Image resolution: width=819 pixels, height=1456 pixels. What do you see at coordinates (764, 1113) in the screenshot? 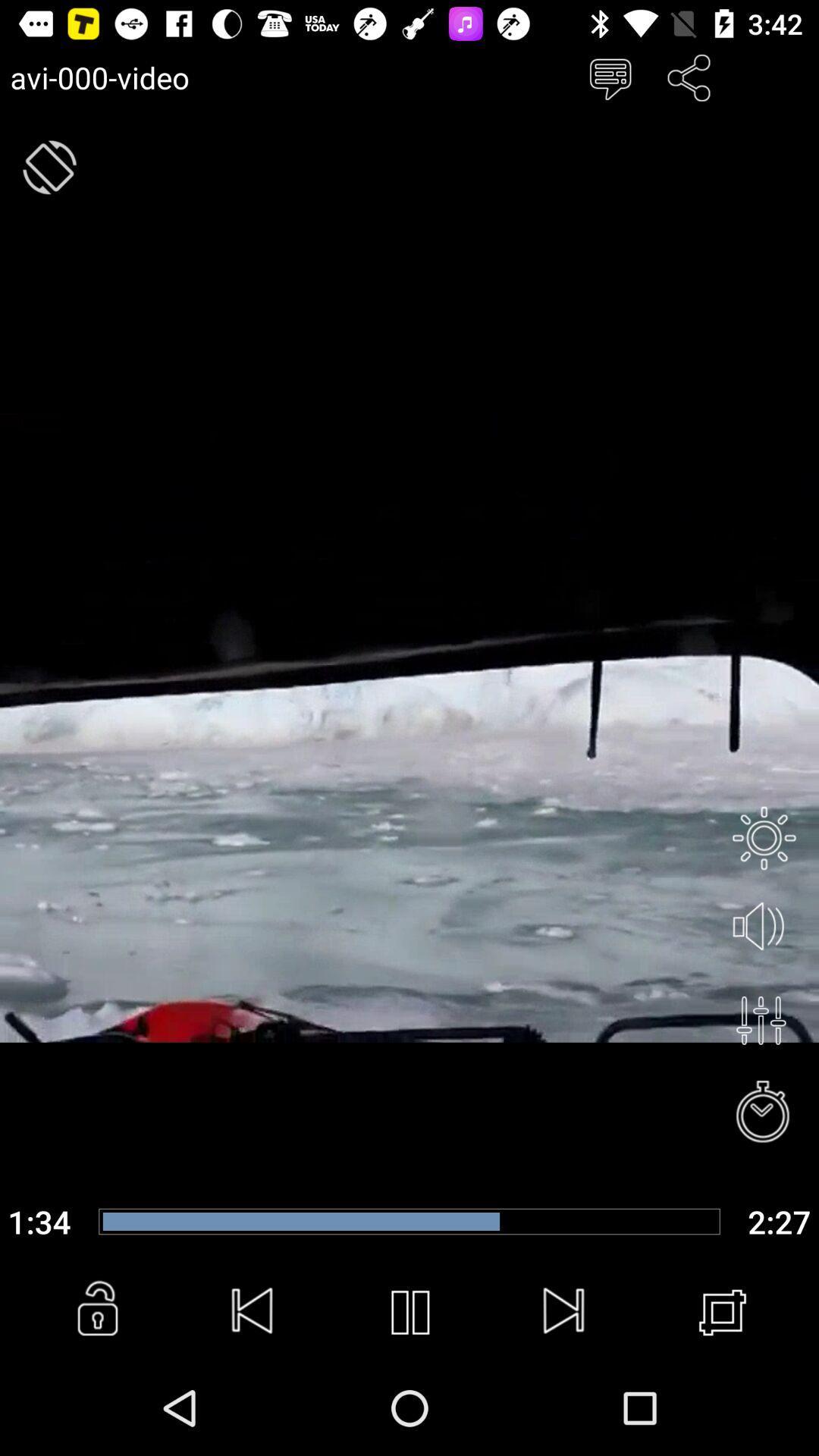
I see `time options setting` at bounding box center [764, 1113].